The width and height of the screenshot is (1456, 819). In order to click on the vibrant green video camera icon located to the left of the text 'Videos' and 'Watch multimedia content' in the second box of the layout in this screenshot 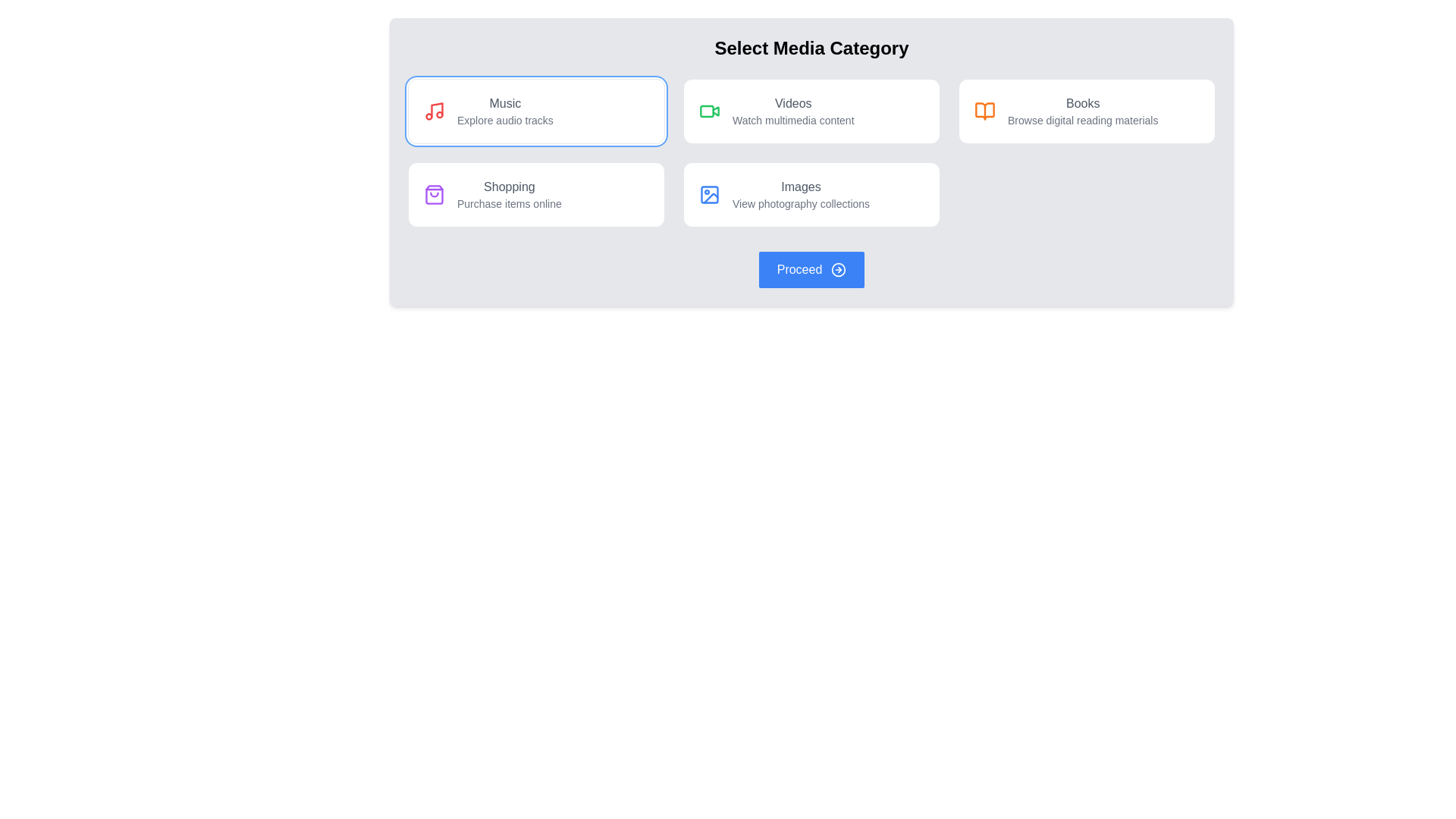, I will do `click(709, 110)`.